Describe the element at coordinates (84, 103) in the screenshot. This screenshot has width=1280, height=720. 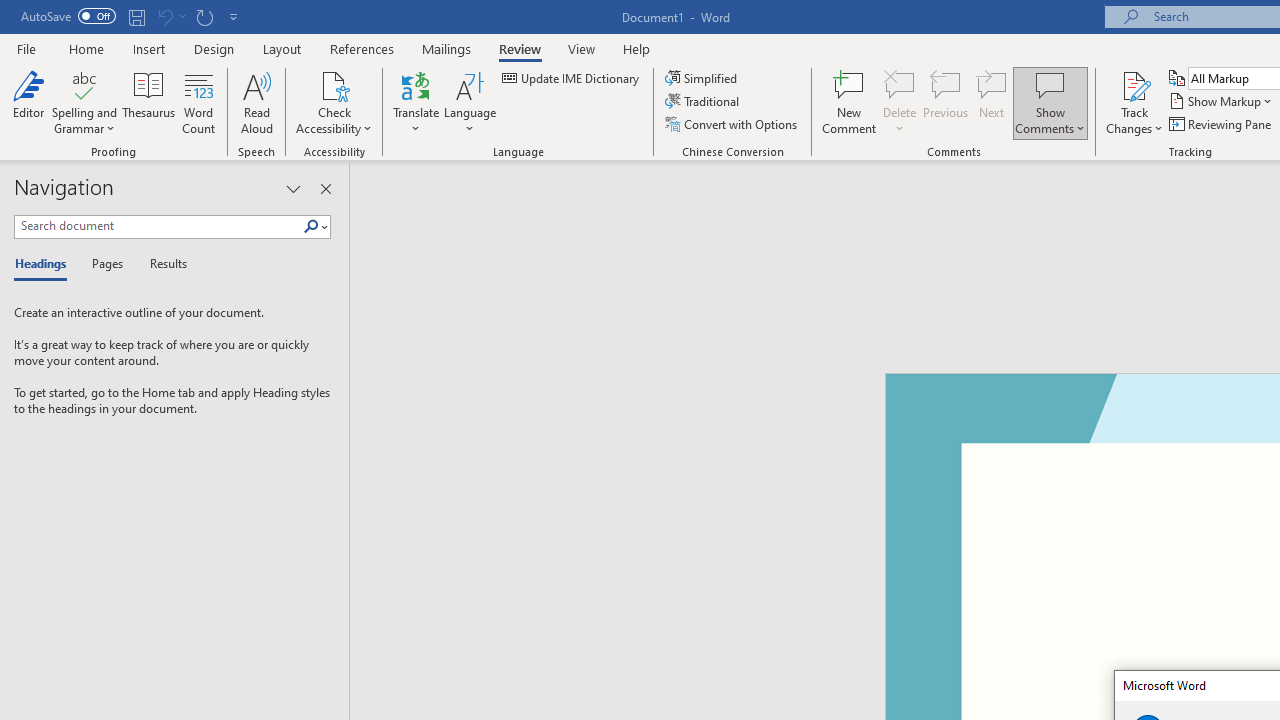
I see `'Spelling and Grammar'` at that location.